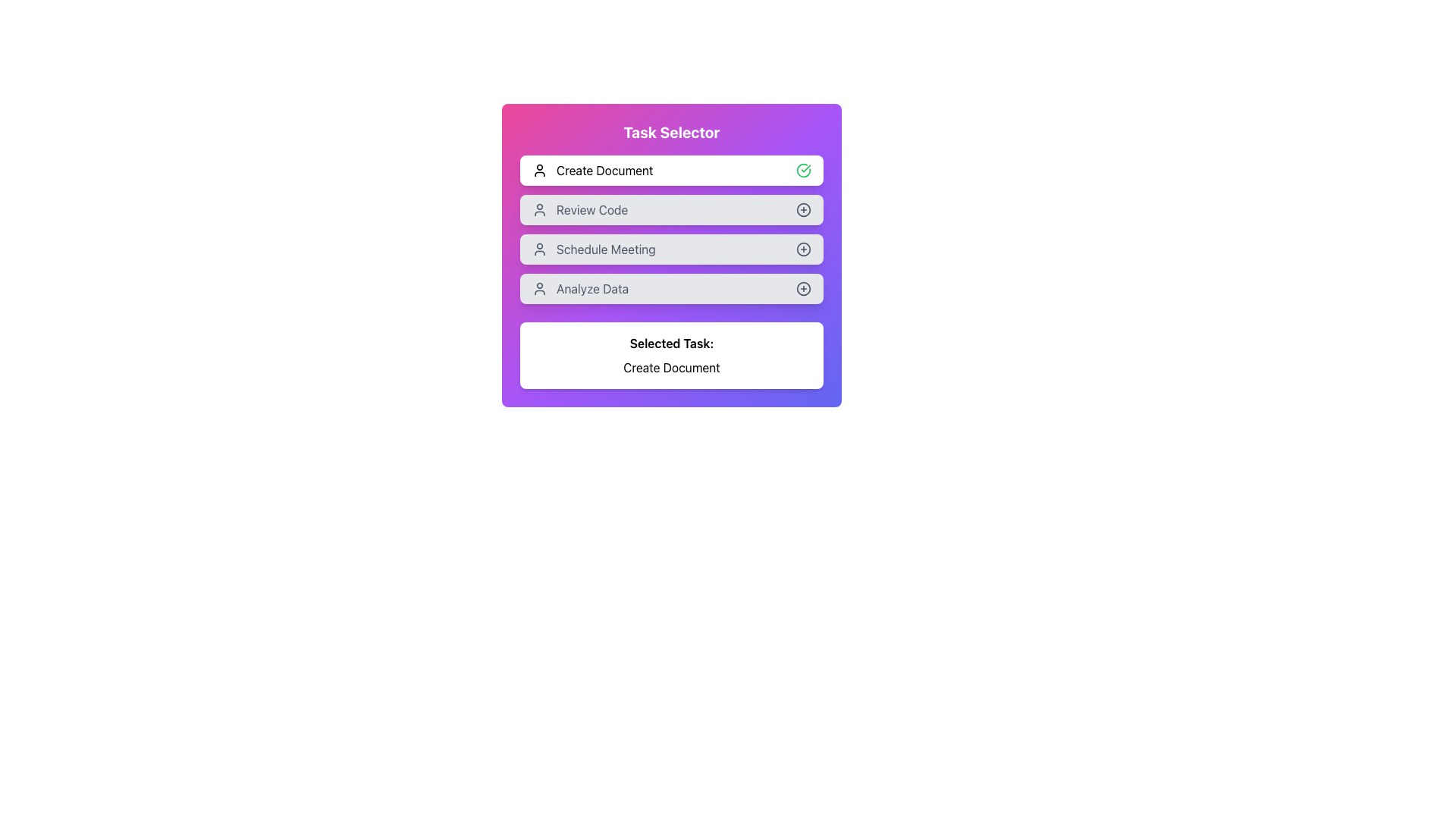 The image size is (1456, 819). I want to click on the icon associated with the 'Schedule Meeting' task, which visually indicates user-related tasks or options, positioned to the left of the text label, so click(539, 248).